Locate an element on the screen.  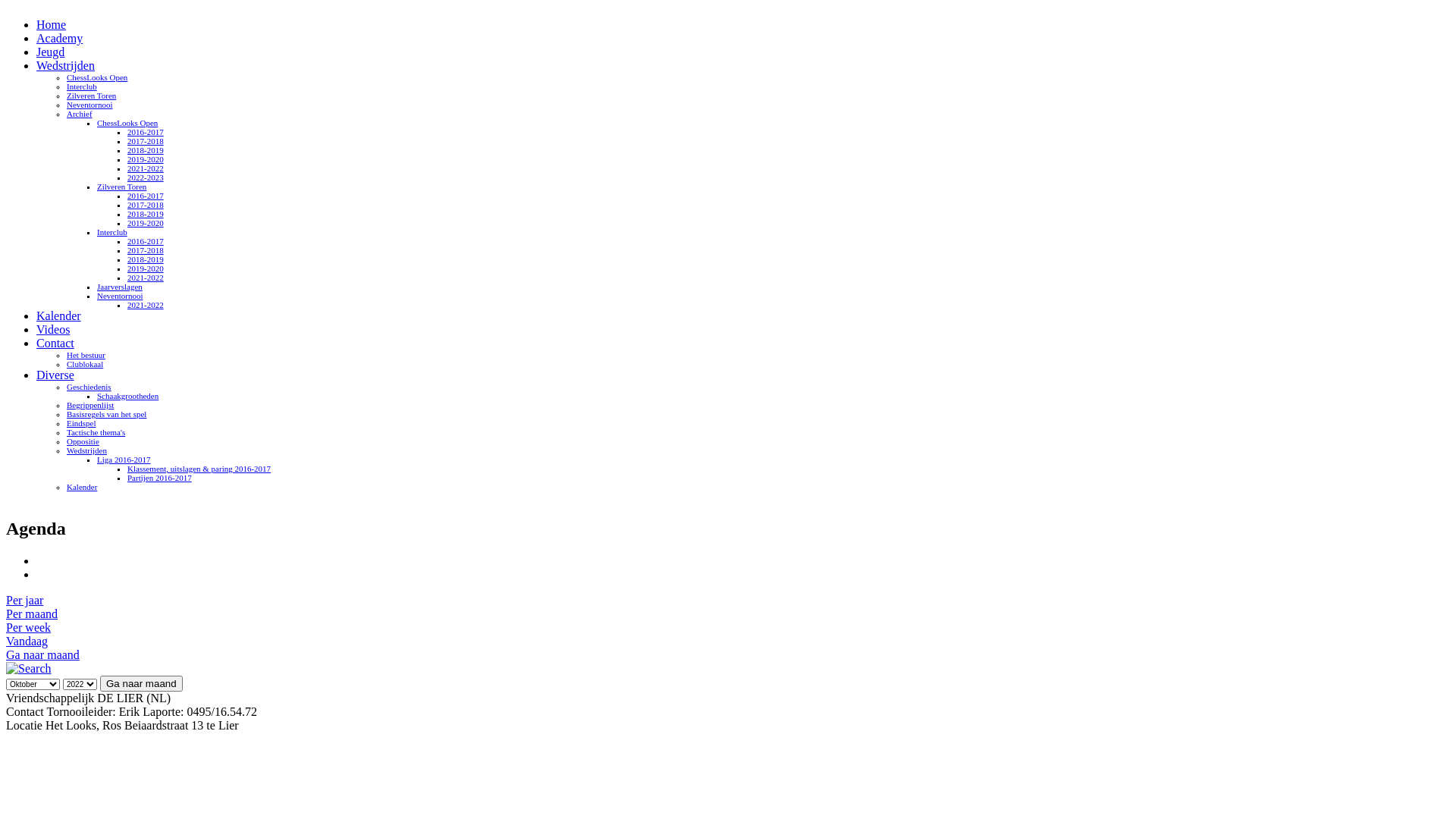
'Archief' is located at coordinates (79, 113).